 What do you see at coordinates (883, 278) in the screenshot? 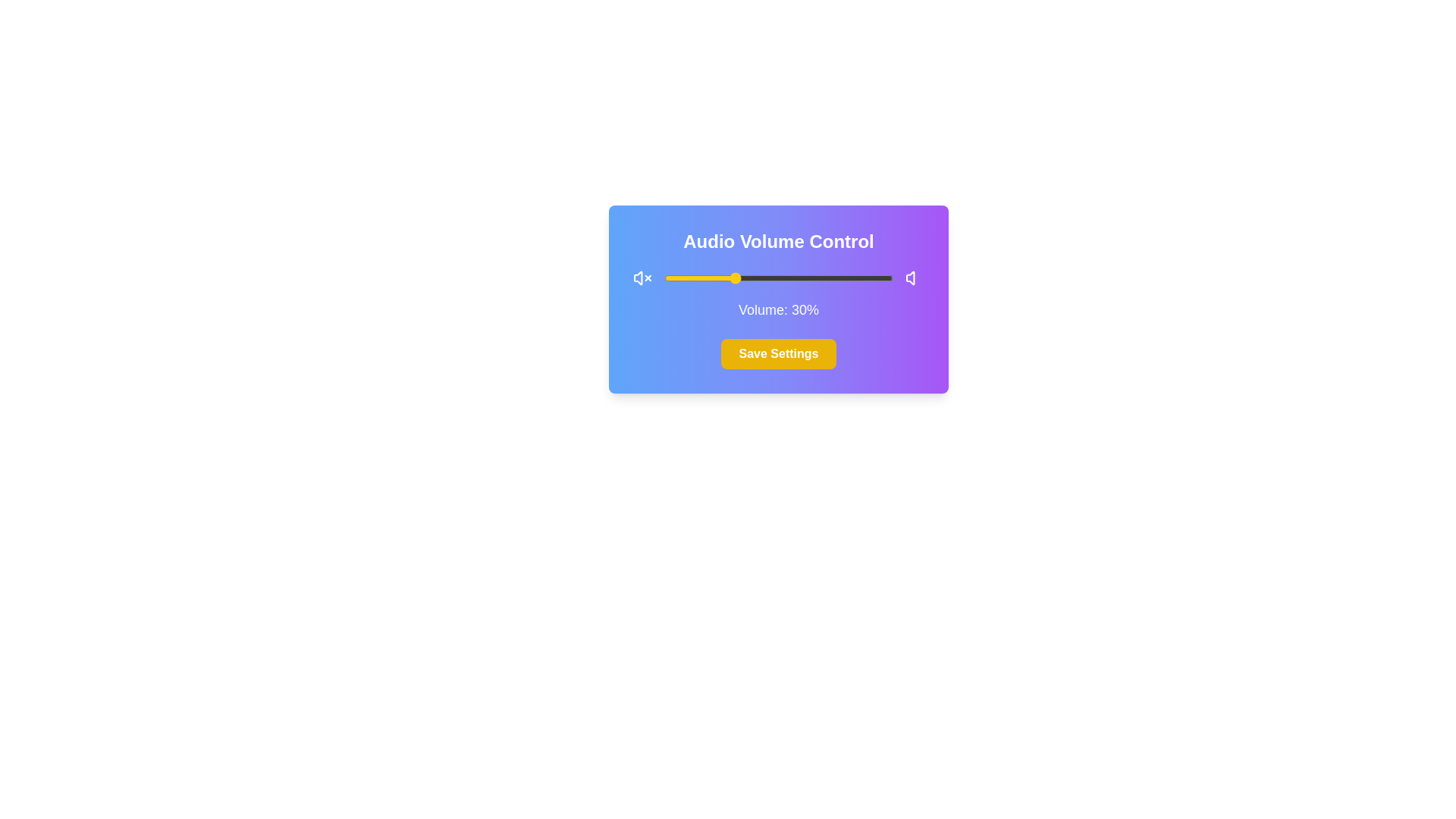
I see `the volume slider to 96 percent` at bounding box center [883, 278].